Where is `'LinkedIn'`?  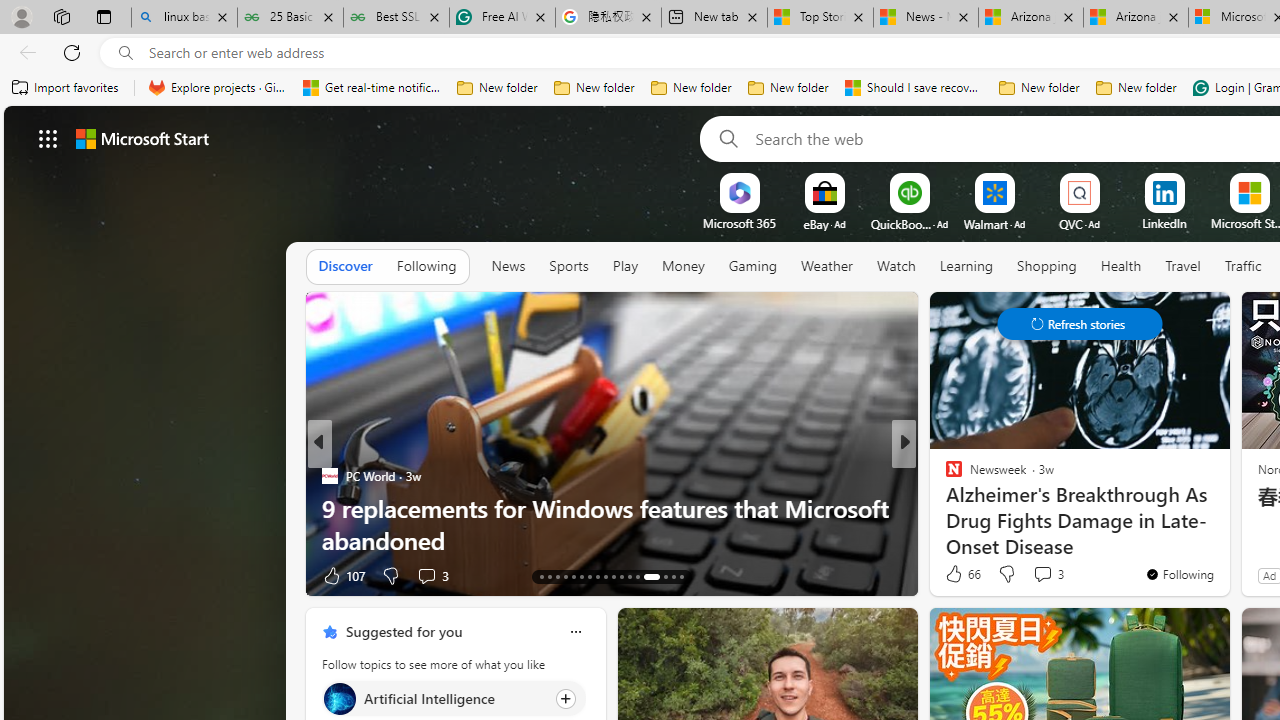 'LinkedIn' is located at coordinates (1164, 223).